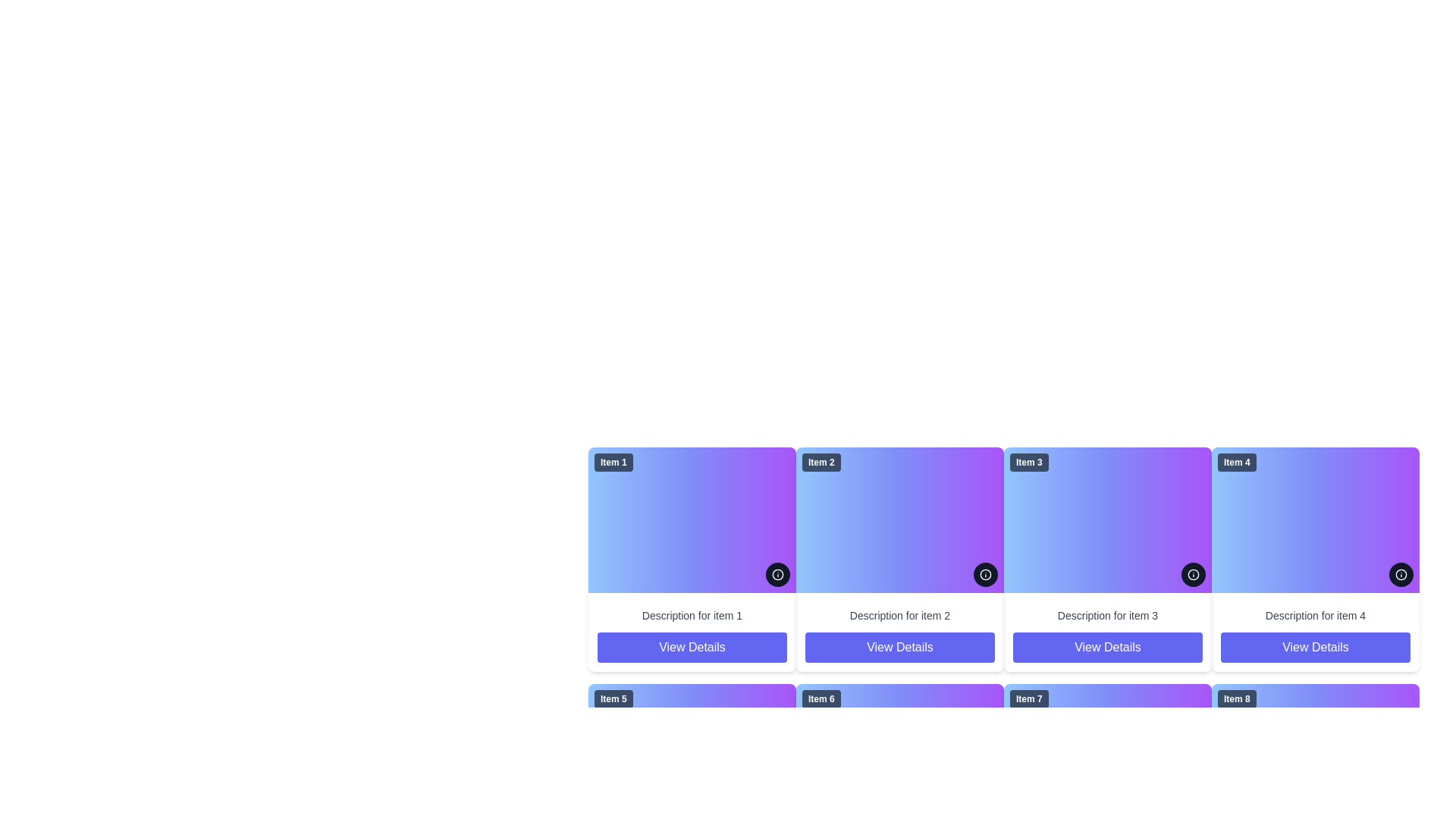  Describe the element at coordinates (691, 632) in the screenshot. I see `the 'View Details' button located in the bottom portion of the card labeled 'Item 1' in the grid layout` at that location.